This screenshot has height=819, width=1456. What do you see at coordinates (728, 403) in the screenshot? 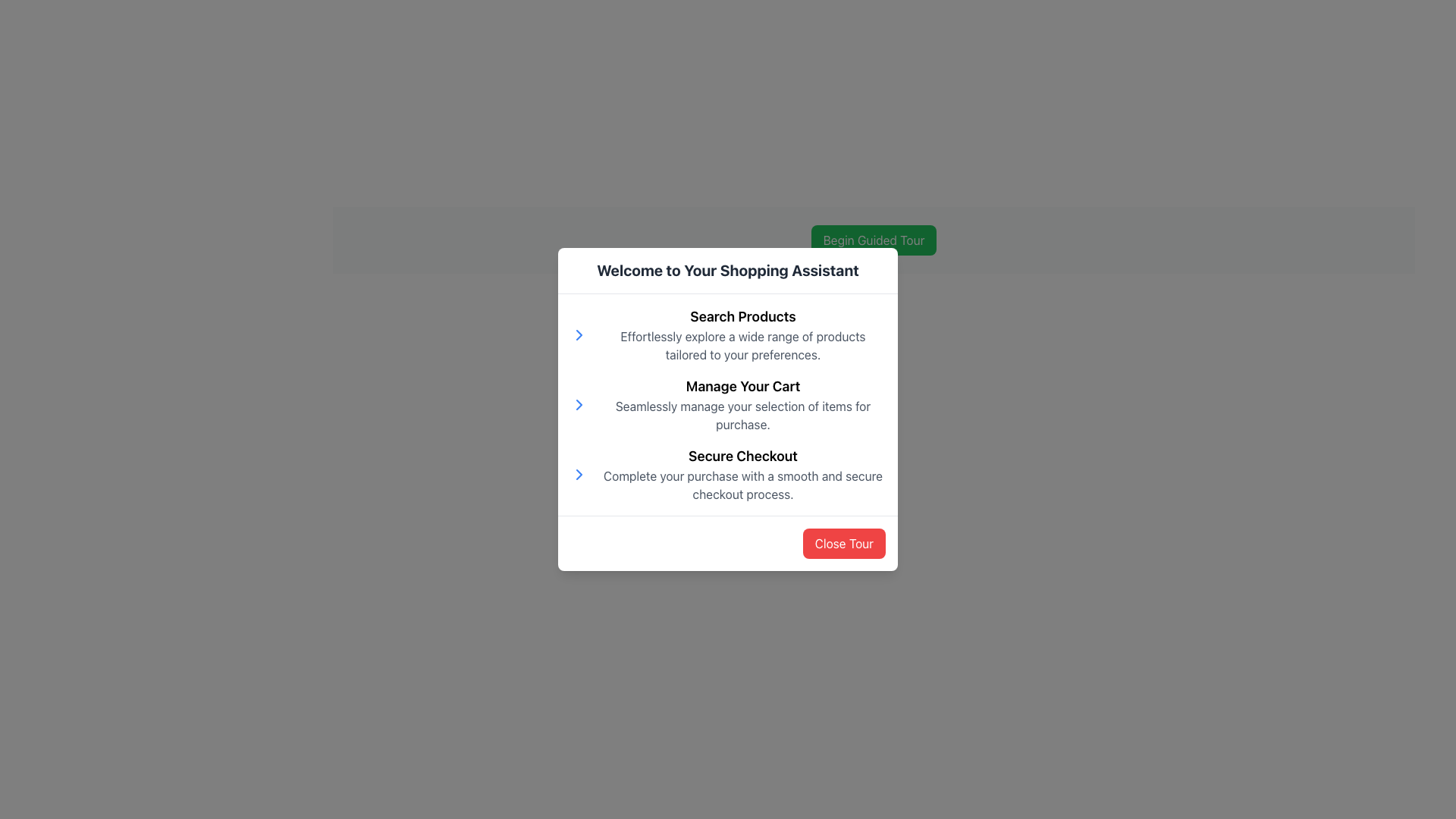
I see `the informational section containing the items 'Search Products,' 'Manage Your Cart,' and 'Secure Checkout,' located below the title 'Welcome to Your Shopping Assistant.'` at bounding box center [728, 403].